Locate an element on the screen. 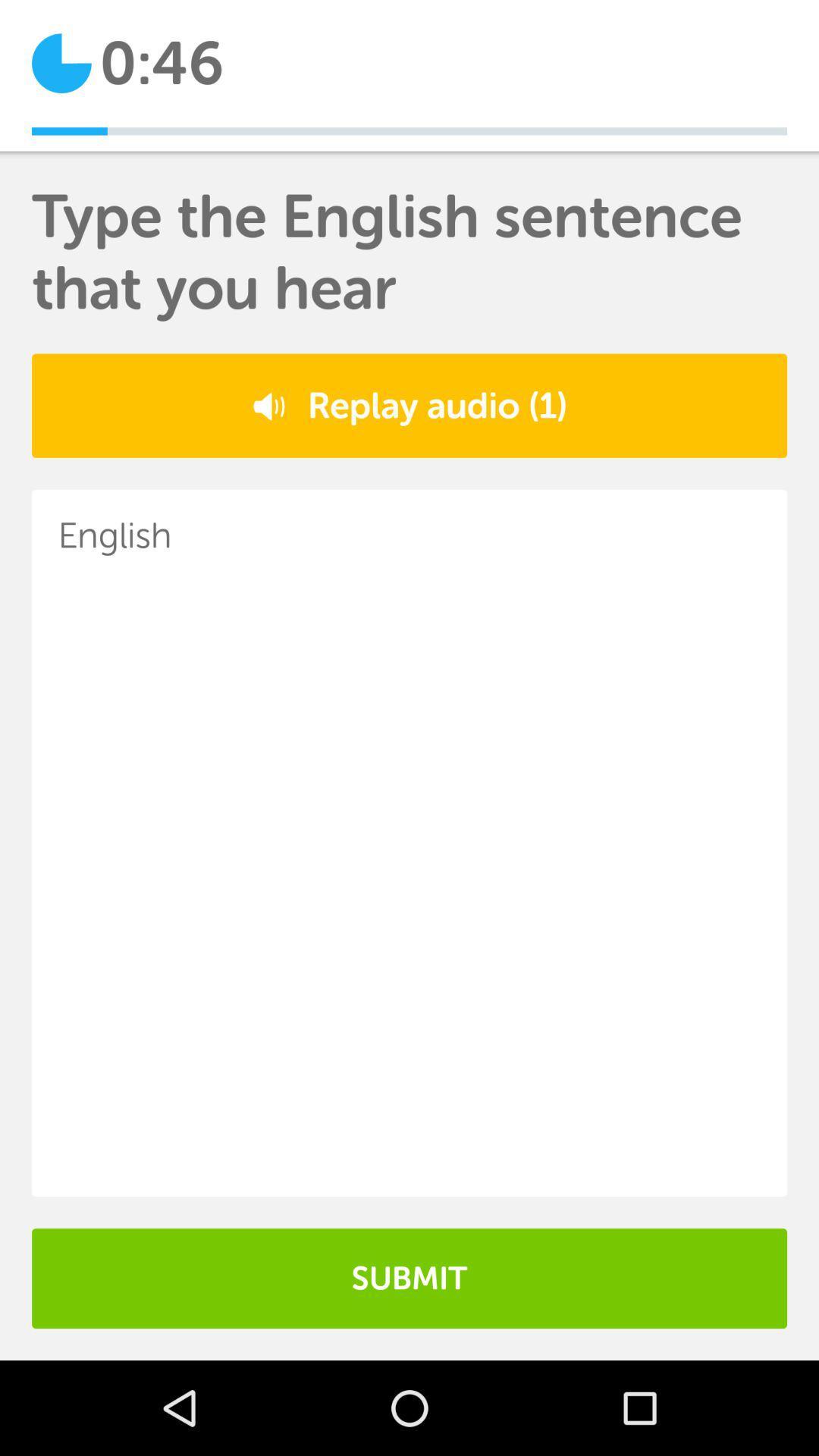 This screenshot has width=819, height=1456. the submit icon is located at coordinates (409, 1277).